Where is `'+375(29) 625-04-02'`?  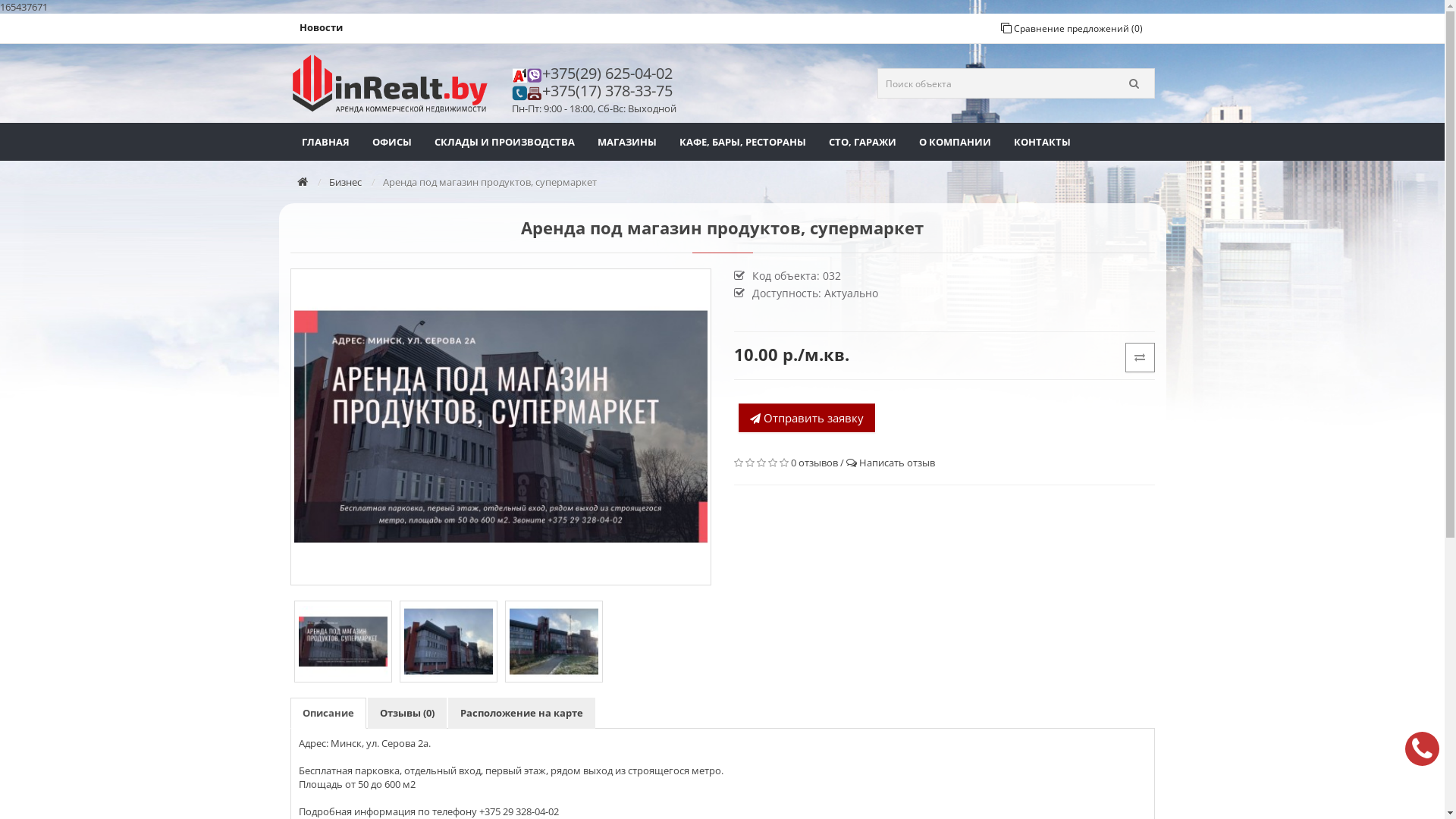 '+375(29) 625-04-02' is located at coordinates (611, 73).